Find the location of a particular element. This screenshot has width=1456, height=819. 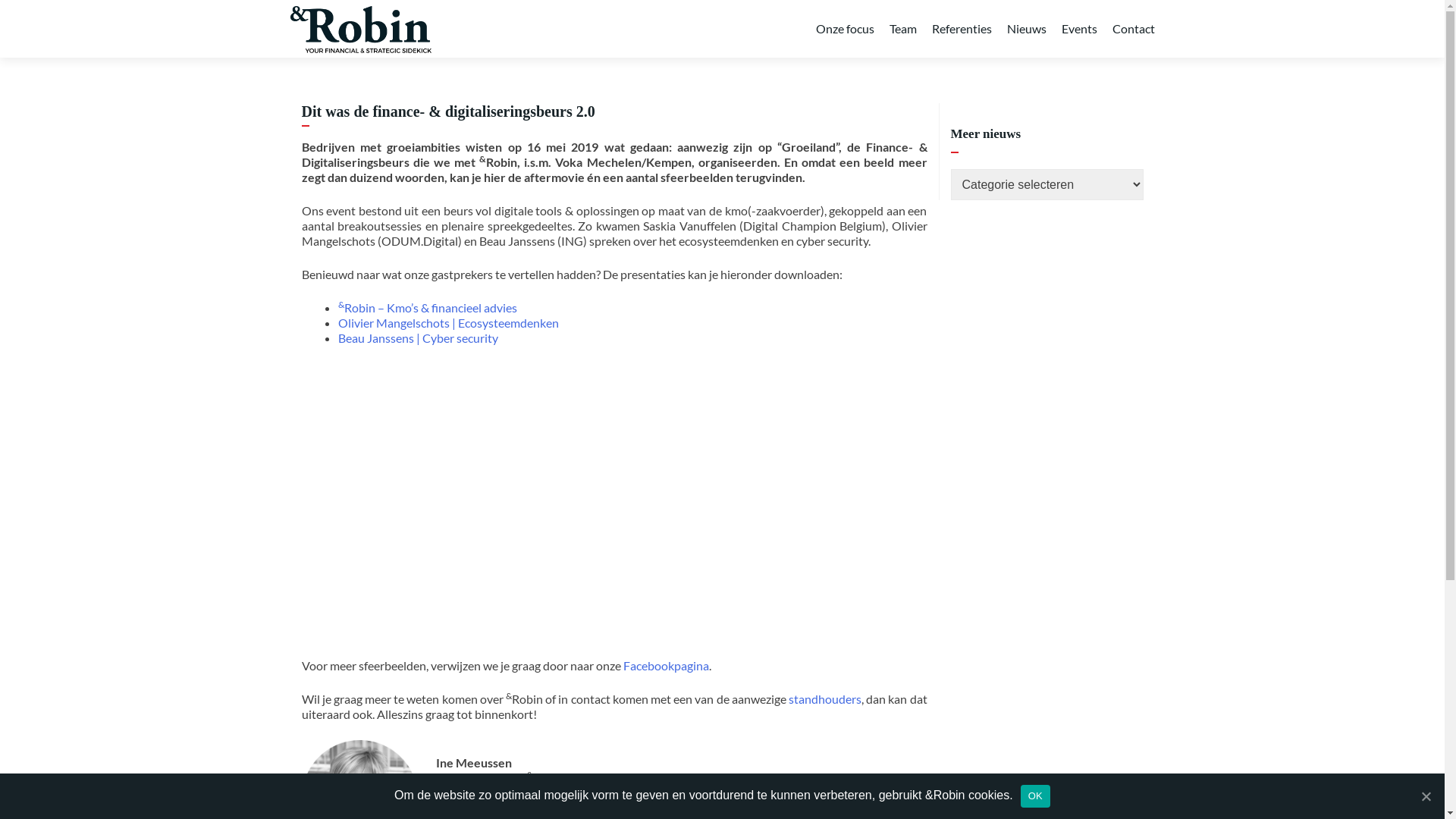

'Olivier Mangelschots | Ecosysteemdenken' is located at coordinates (447, 322).